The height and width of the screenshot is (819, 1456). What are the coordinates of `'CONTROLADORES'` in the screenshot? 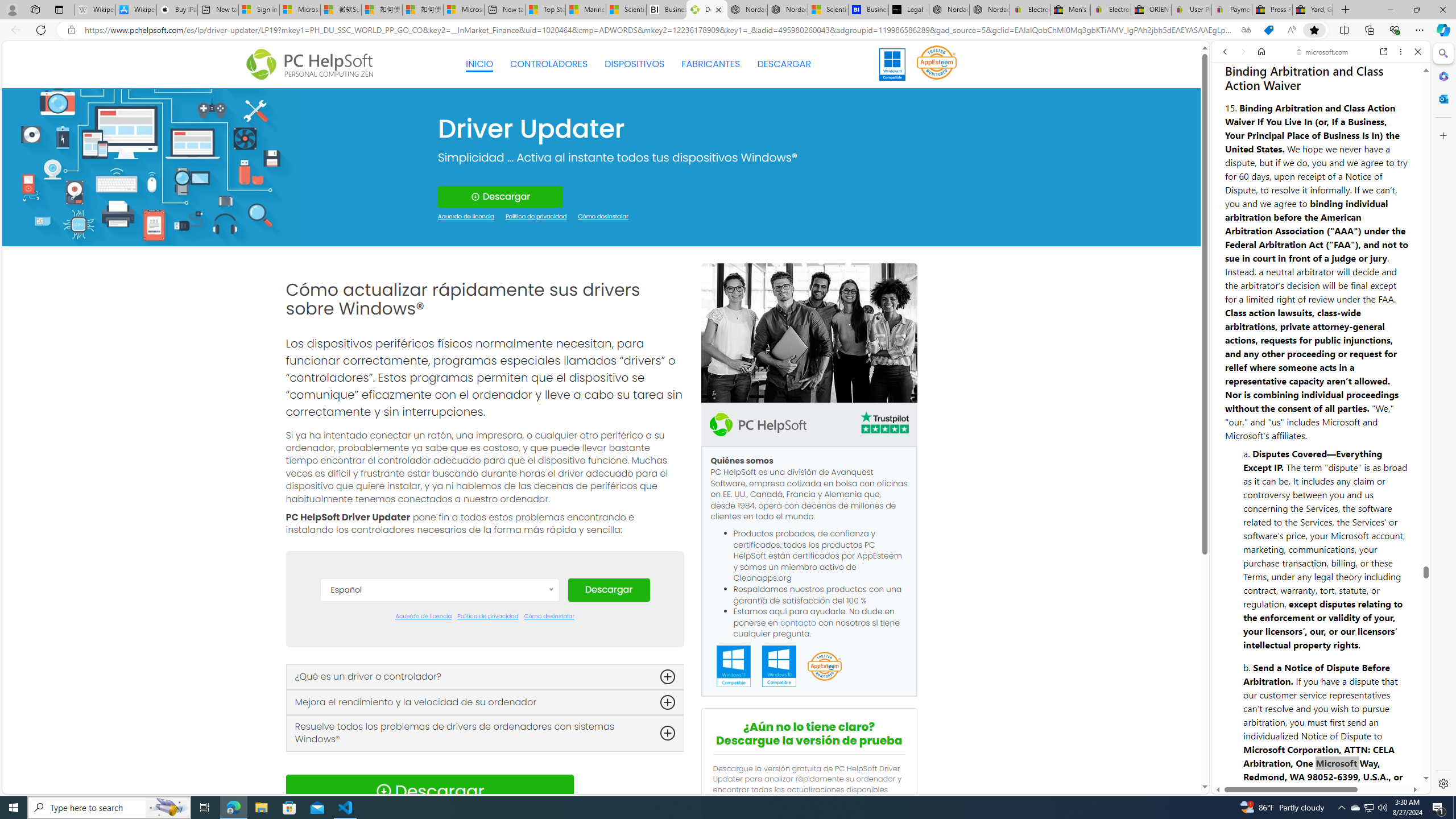 It's located at (549, 64).